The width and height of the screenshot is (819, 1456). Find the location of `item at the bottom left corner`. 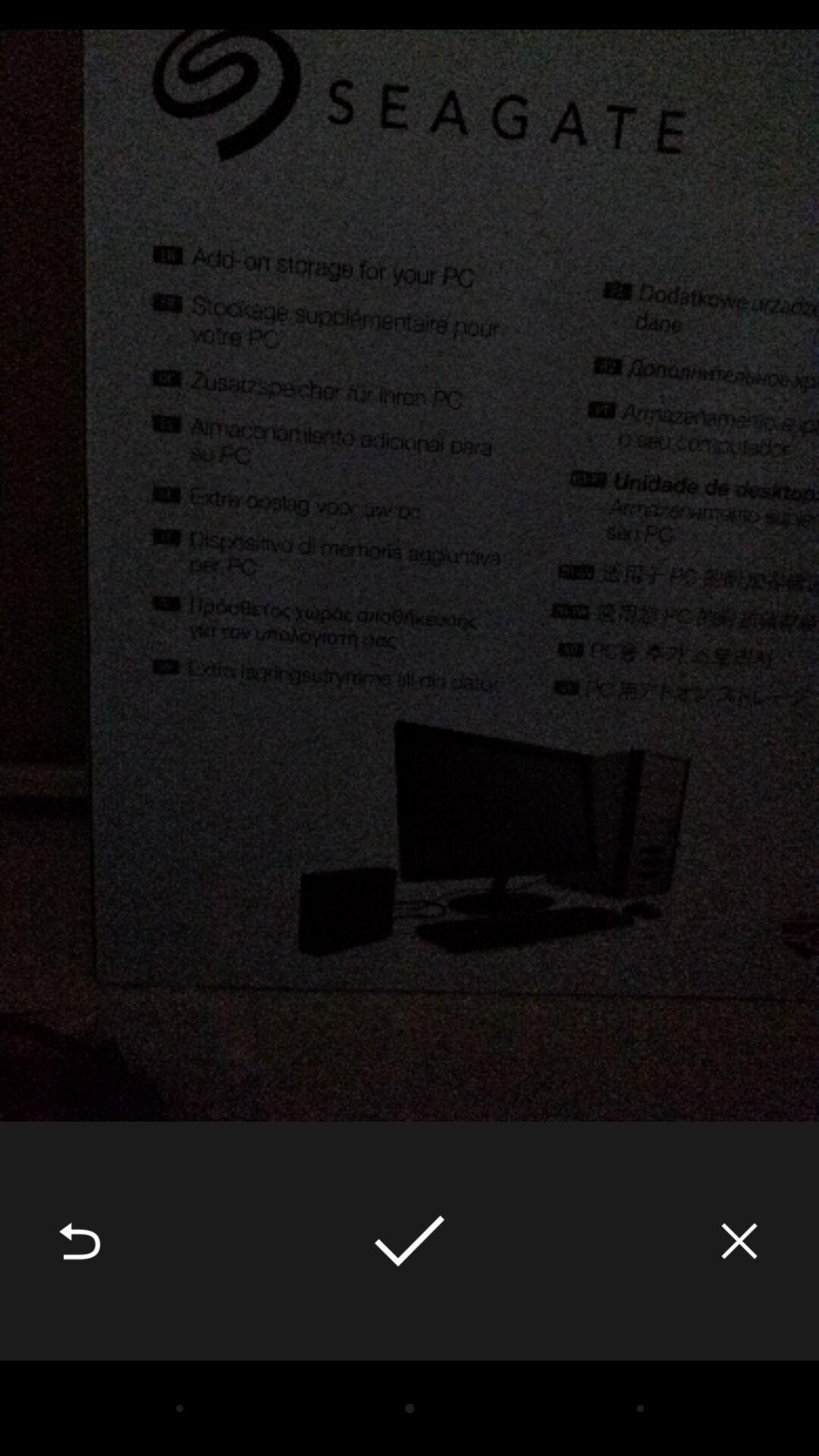

item at the bottom left corner is located at coordinates (79, 1241).